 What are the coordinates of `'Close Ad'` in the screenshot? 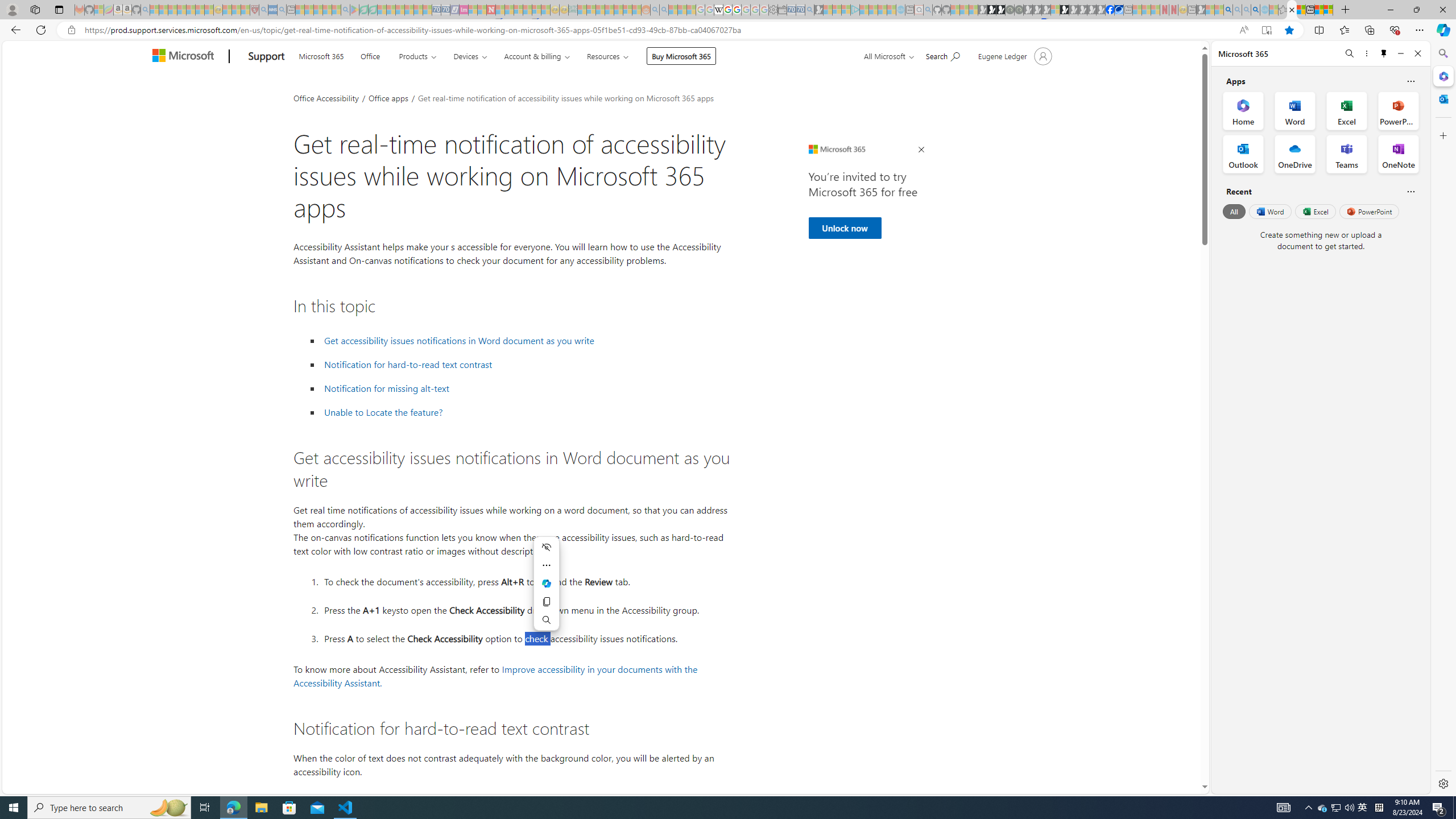 It's located at (920, 150).